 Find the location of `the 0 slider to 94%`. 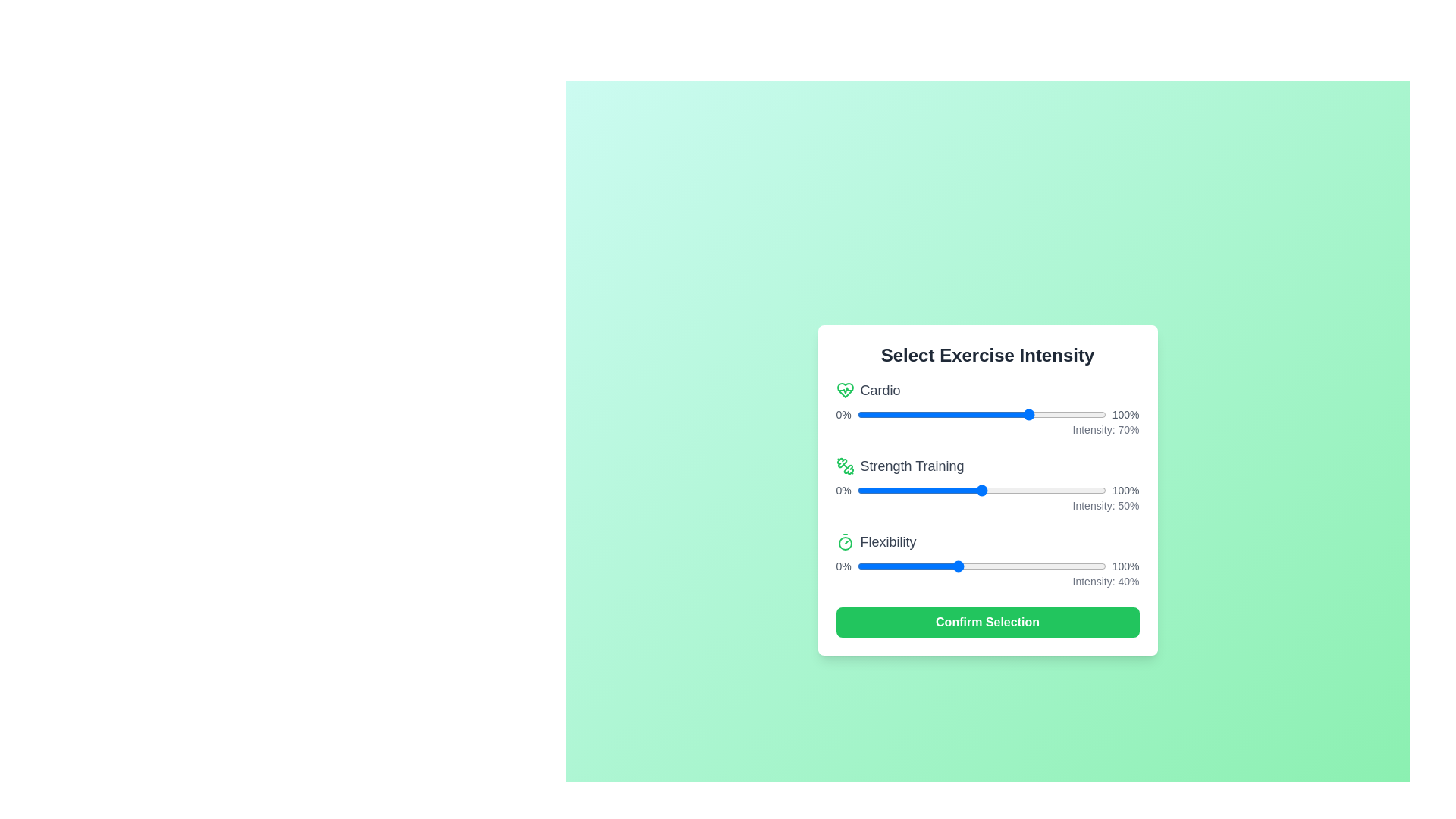

the 0 slider to 94% is located at coordinates (1098, 415).